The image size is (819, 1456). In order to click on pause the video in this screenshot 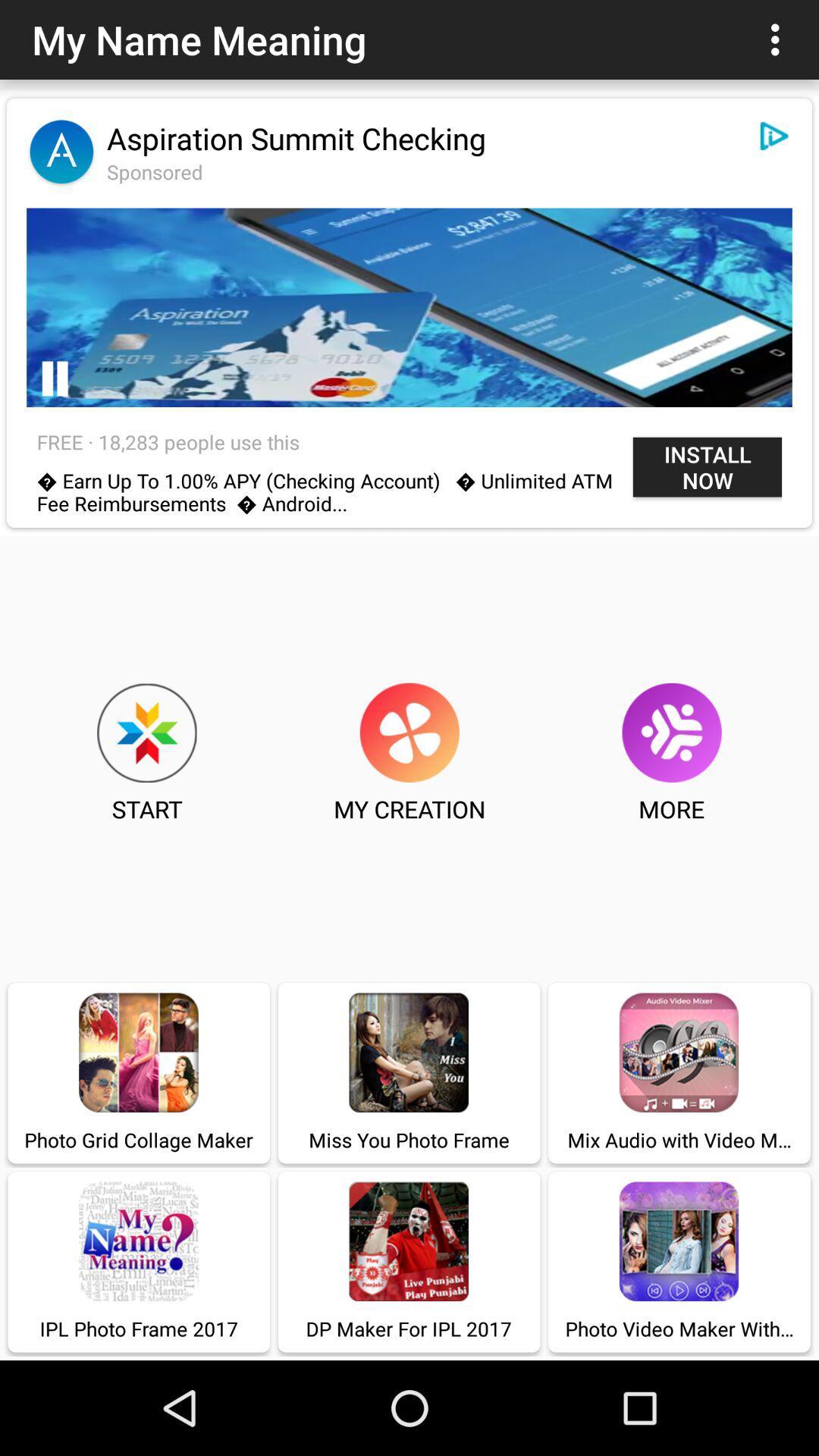, I will do `click(54, 378)`.